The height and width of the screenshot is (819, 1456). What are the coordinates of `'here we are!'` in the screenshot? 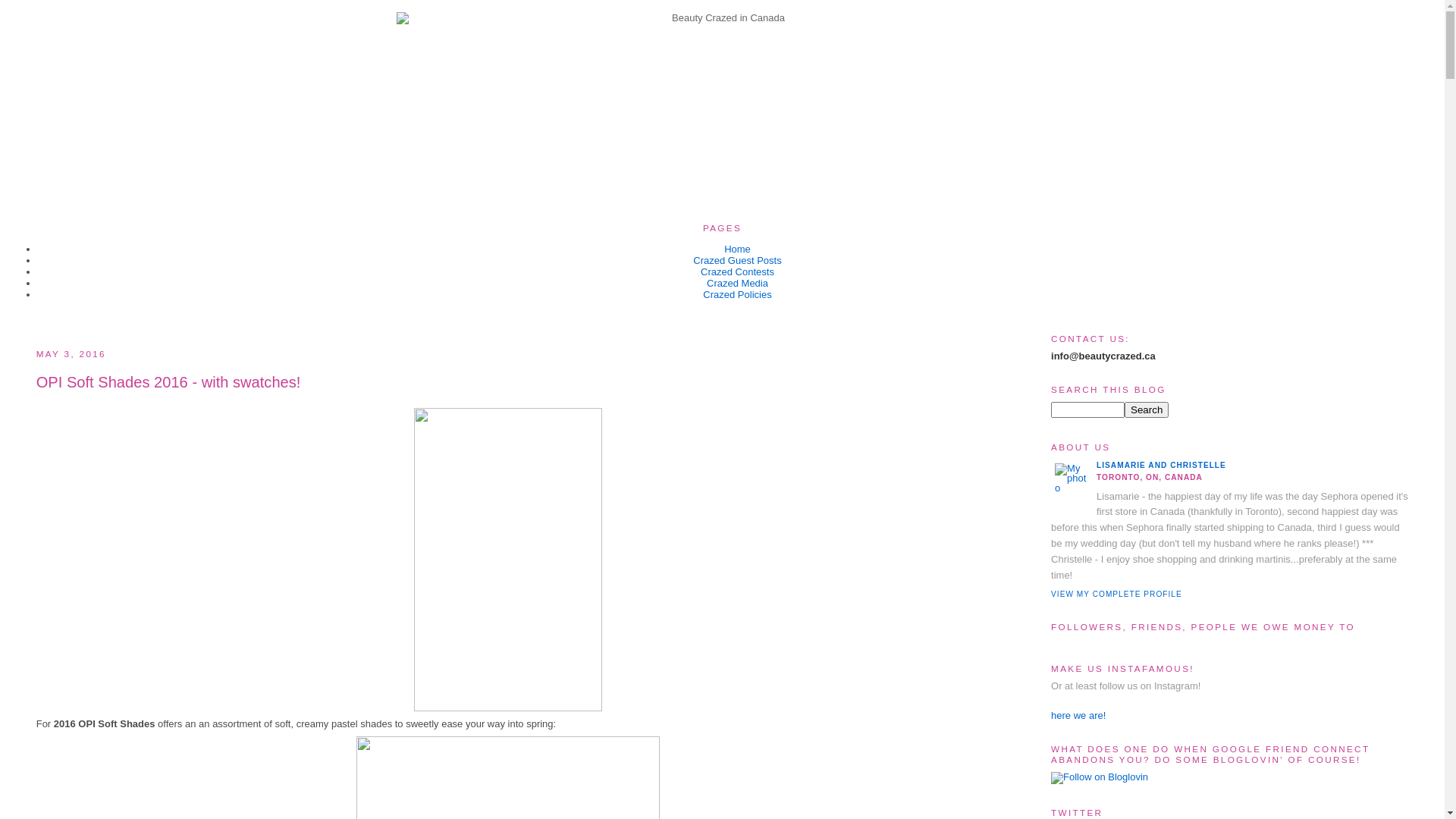 It's located at (1077, 715).